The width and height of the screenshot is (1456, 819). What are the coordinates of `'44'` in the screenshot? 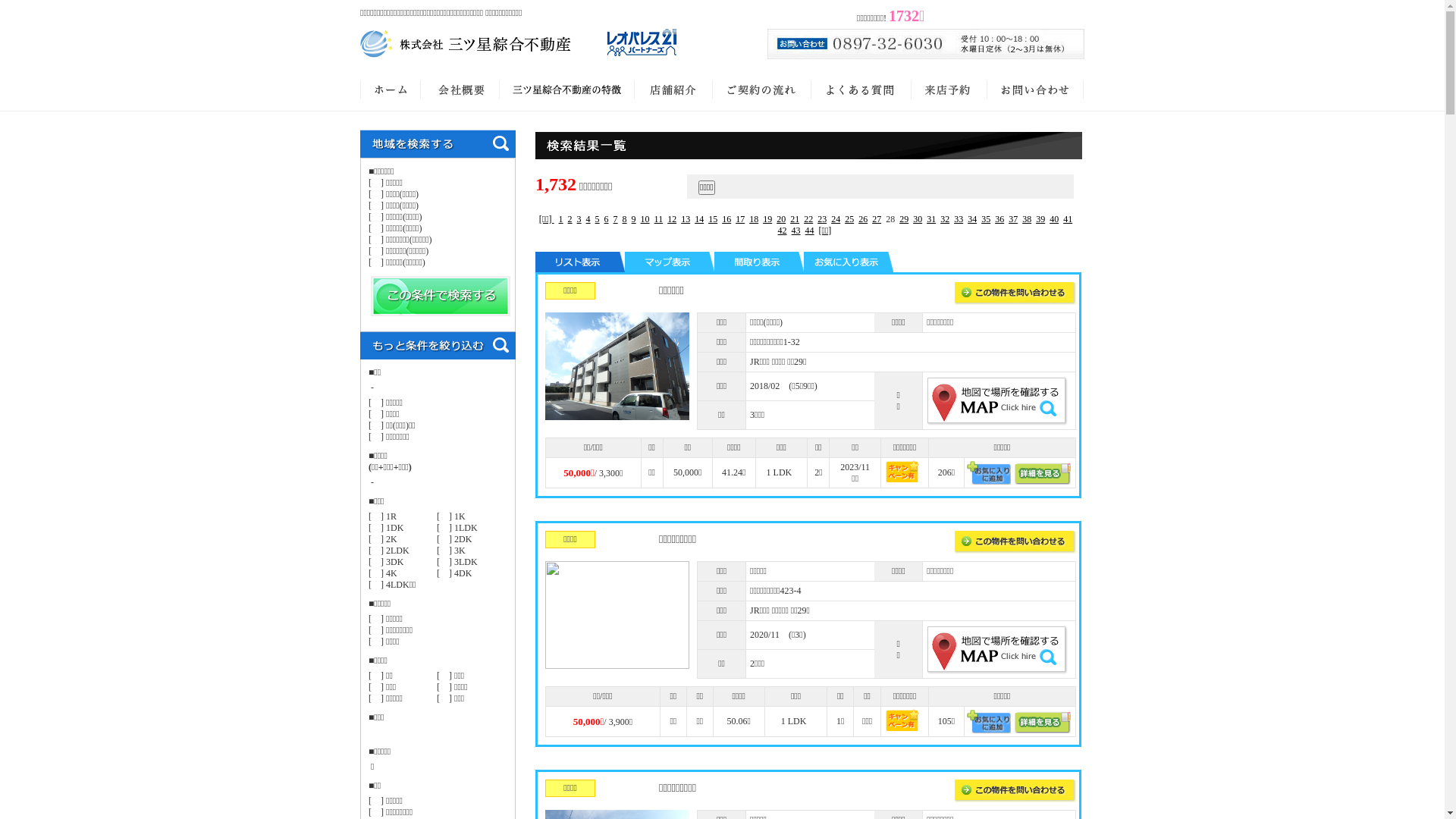 It's located at (804, 231).